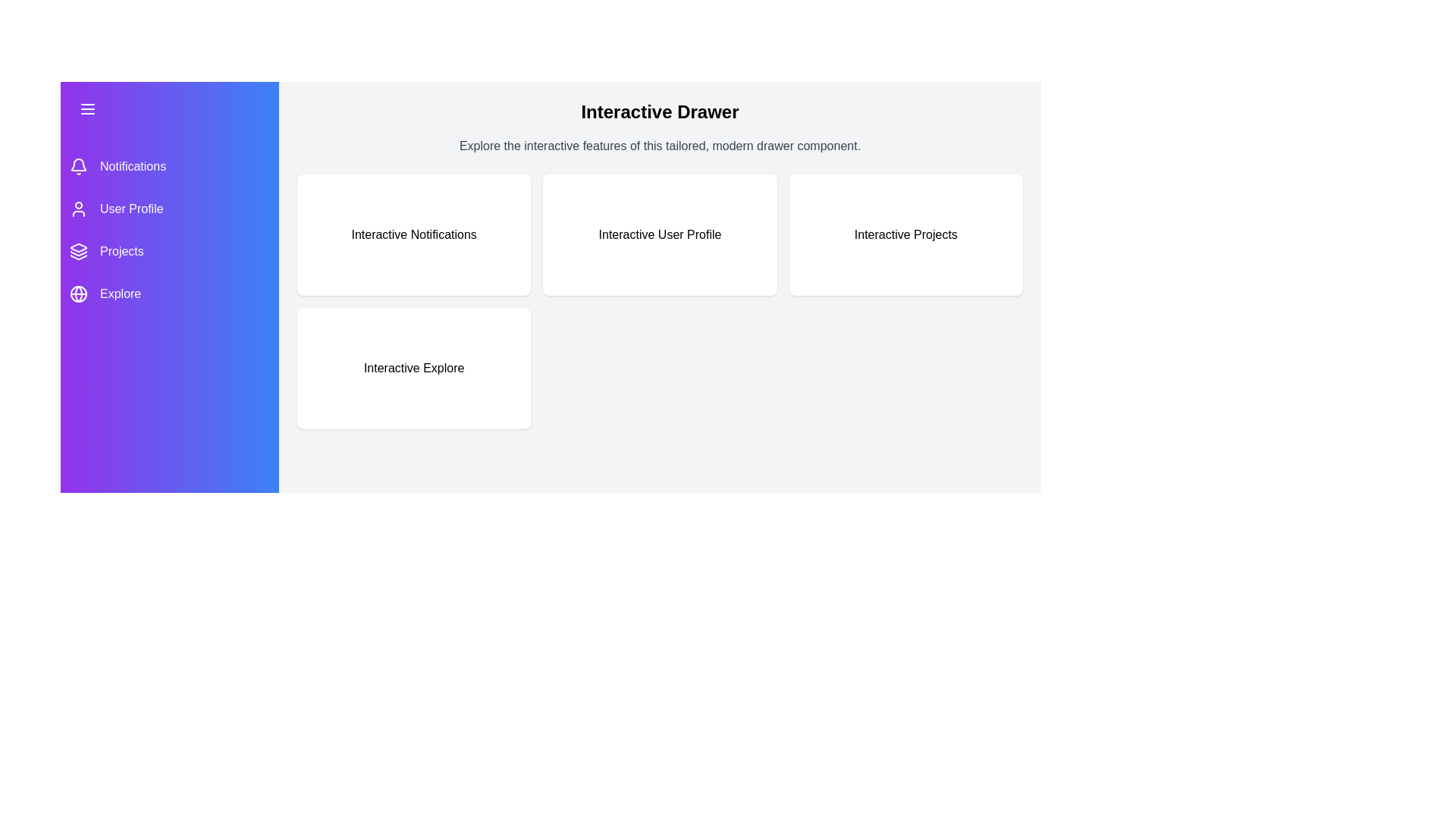 The image size is (1456, 819). Describe the element at coordinates (170, 166) in the screenshot. I see `the menu item Notifications` at that location.